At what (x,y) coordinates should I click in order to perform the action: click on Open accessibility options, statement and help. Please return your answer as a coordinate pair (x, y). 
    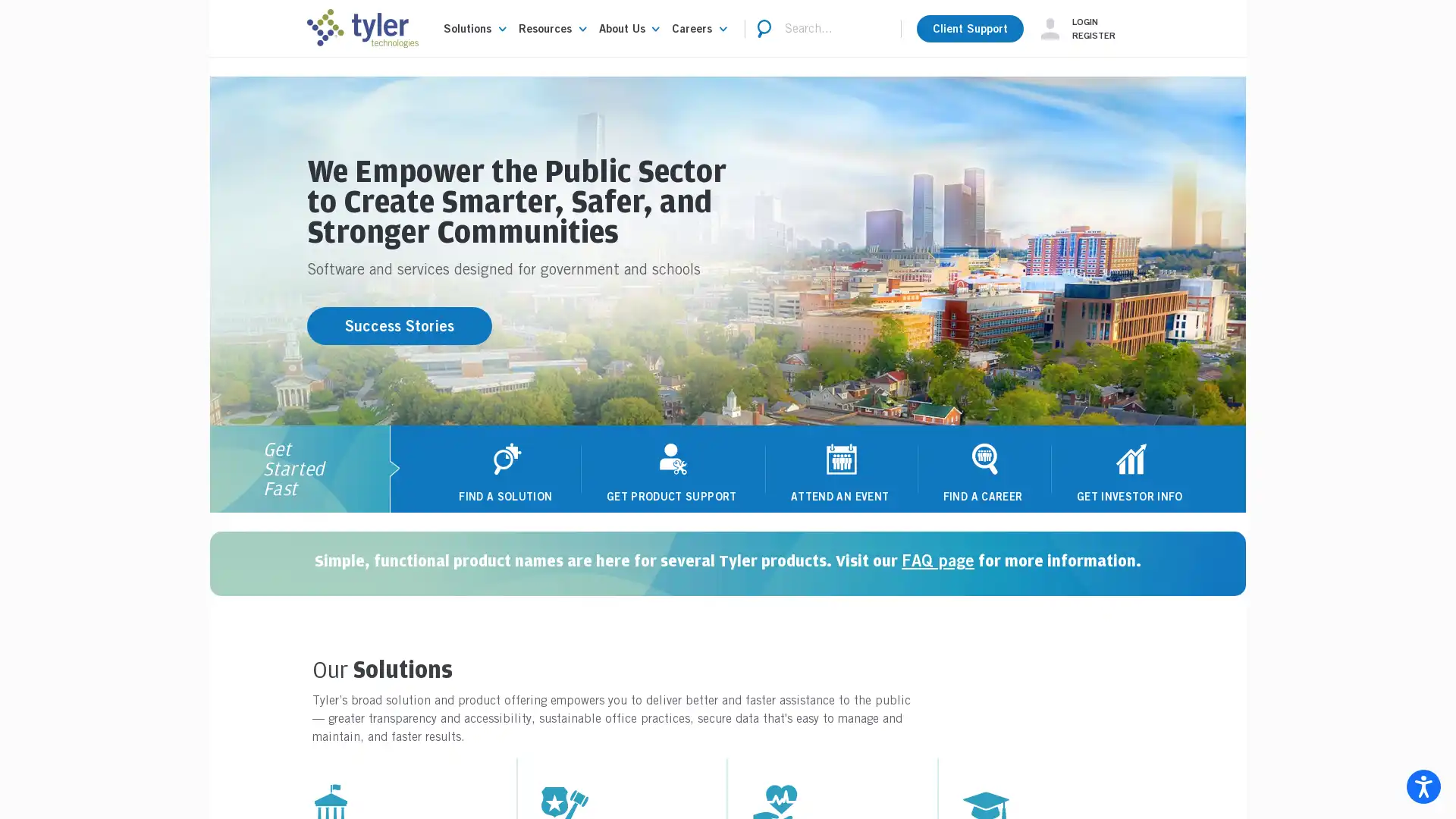
    Looking at the image, I should click on (1423, 786).